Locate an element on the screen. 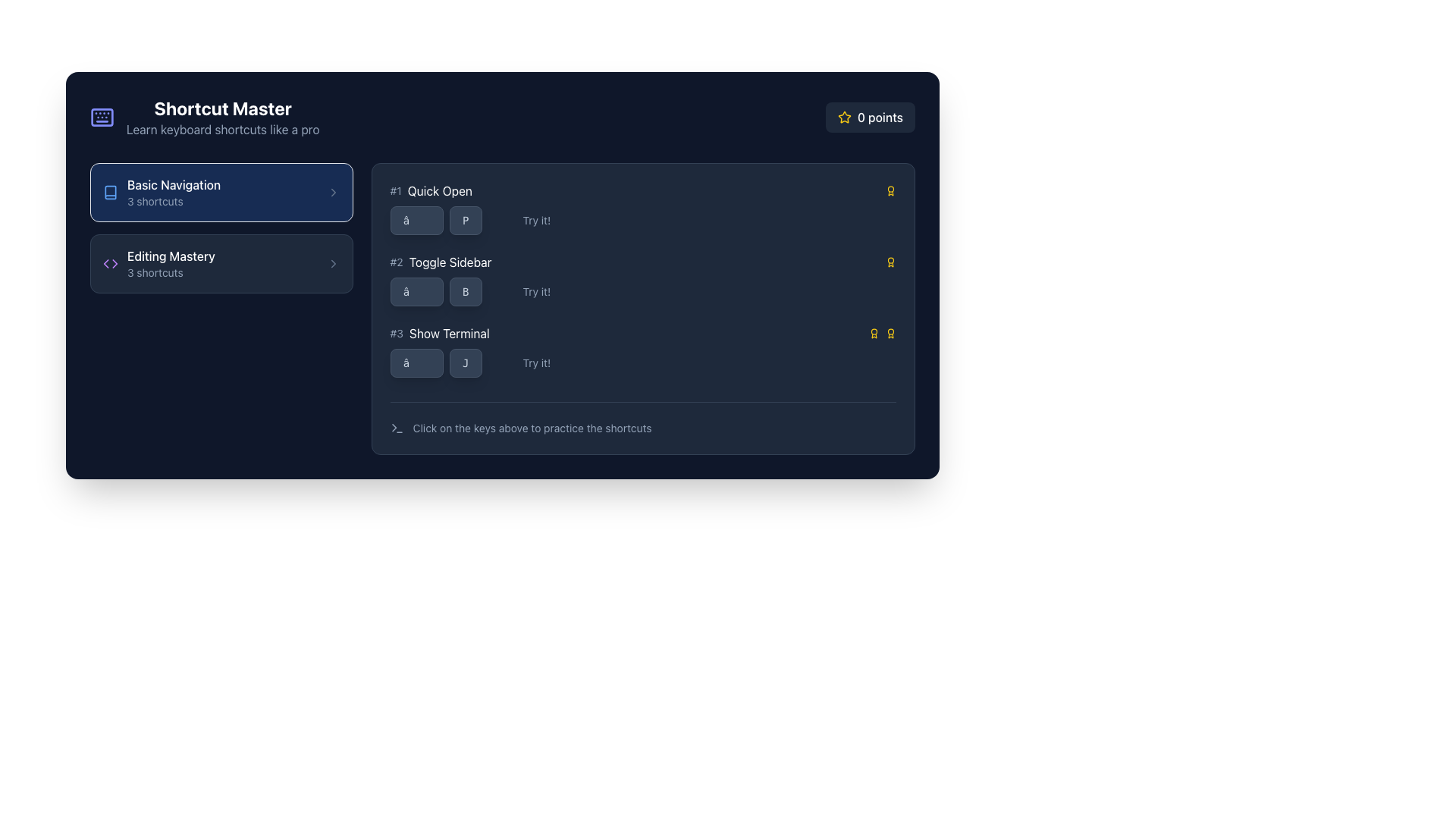 The width and height of the screenshot is (1456, 819). the label '#2 Toggle Sidebar' which is the second item in a vertically arranged list within a dark-themed interface is located at coordinates (440, 262).